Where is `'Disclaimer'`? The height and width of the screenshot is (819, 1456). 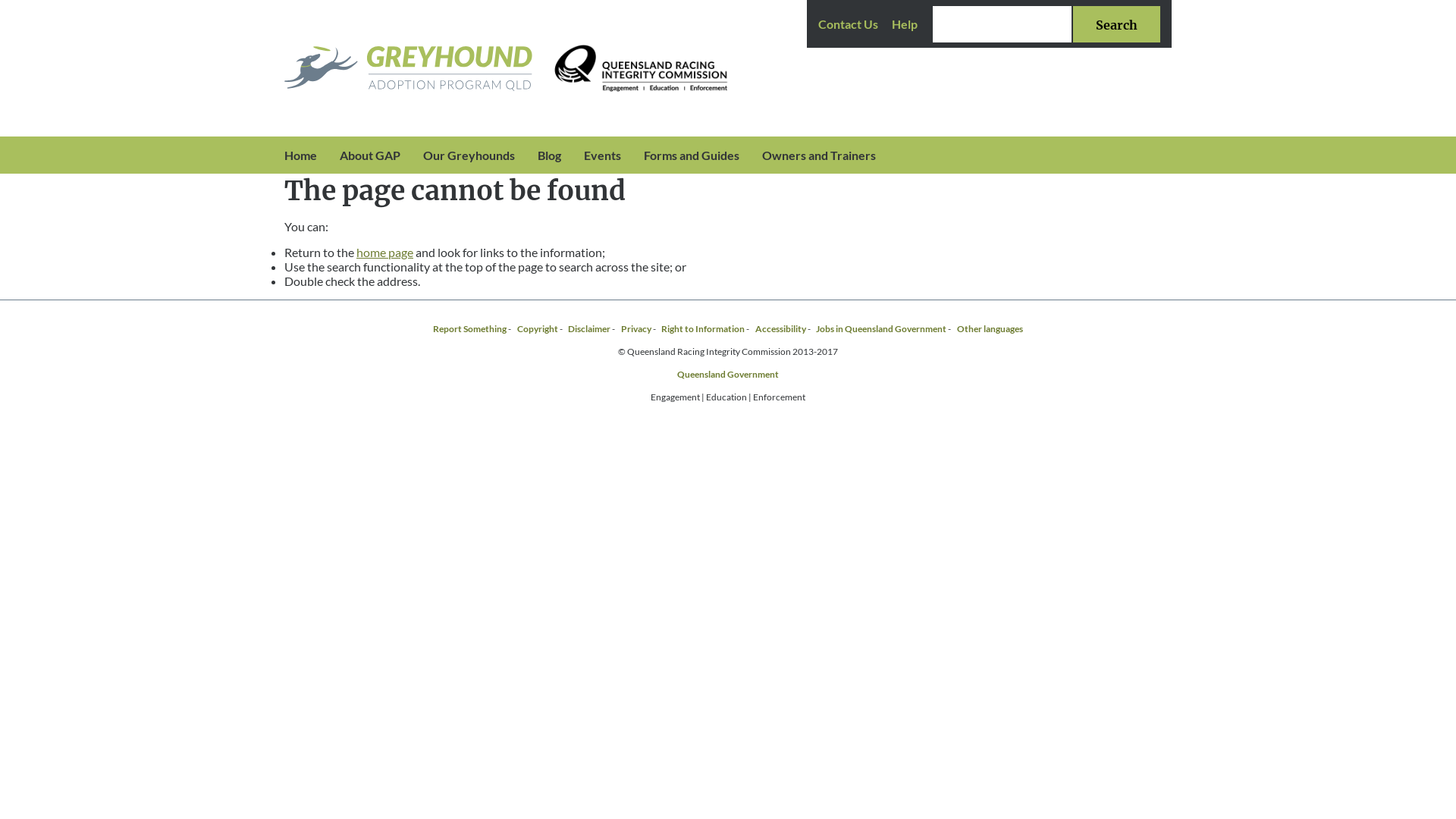
'Disclaimer' is located at coordinates (588, 328).